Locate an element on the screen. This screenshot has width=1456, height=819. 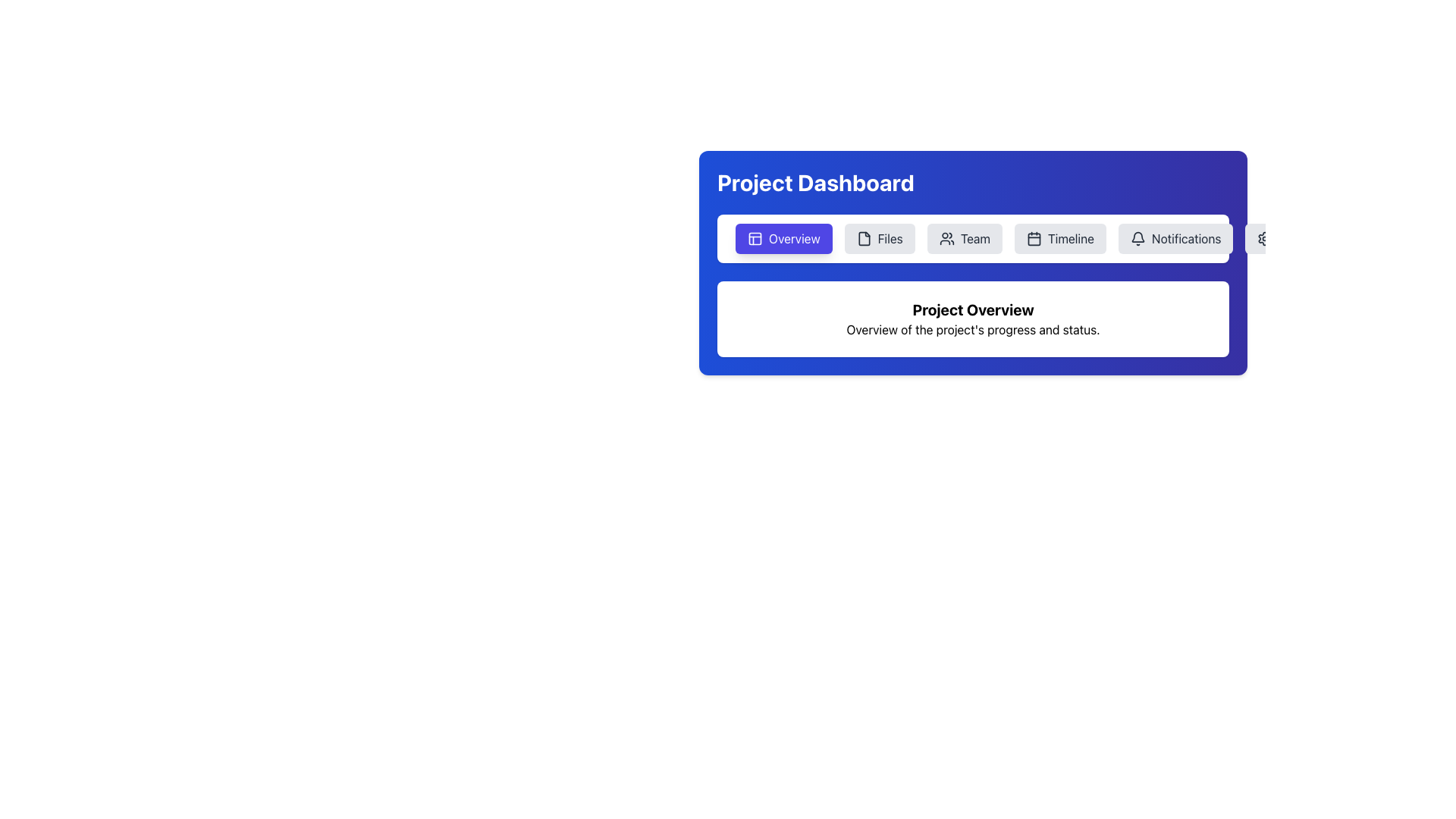
the first navigation button at the top-left corner of the group to potentially reveal a tooltip or effect is located at coordinates (783, 239).